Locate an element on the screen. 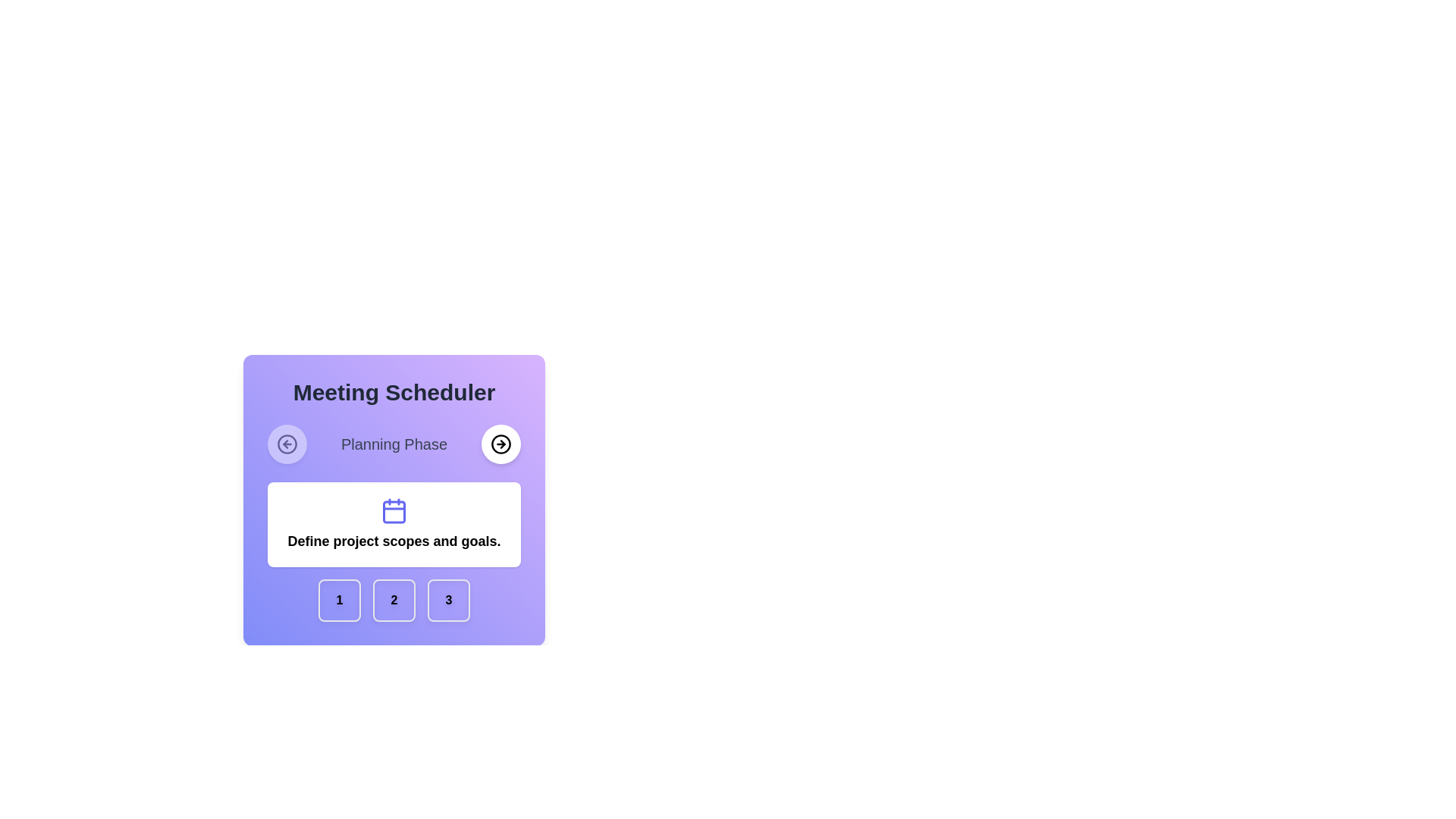 This screenshot has width=1456, height=819. the Arrow icon within the circular SVG graphic located to the right of the 'Planning Phase' text in the 'Meeting Scheduler' interface is located at coordinates (503, 444).